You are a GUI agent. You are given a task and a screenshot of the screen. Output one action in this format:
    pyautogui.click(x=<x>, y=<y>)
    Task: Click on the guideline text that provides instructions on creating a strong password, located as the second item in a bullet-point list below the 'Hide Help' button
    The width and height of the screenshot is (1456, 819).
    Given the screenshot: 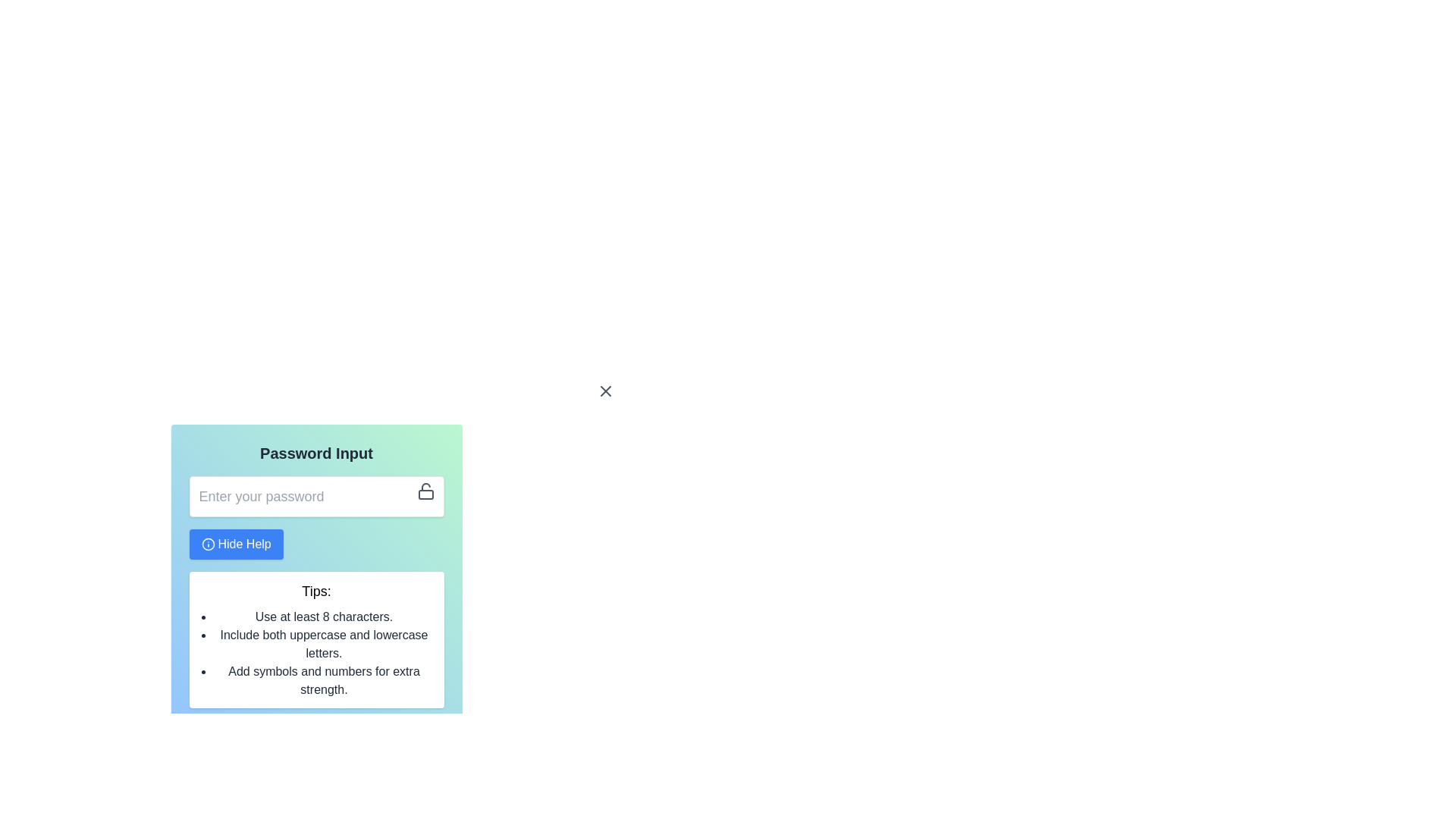 What is the action you would take?
    pyautogui.click(x=323, y=644)
    